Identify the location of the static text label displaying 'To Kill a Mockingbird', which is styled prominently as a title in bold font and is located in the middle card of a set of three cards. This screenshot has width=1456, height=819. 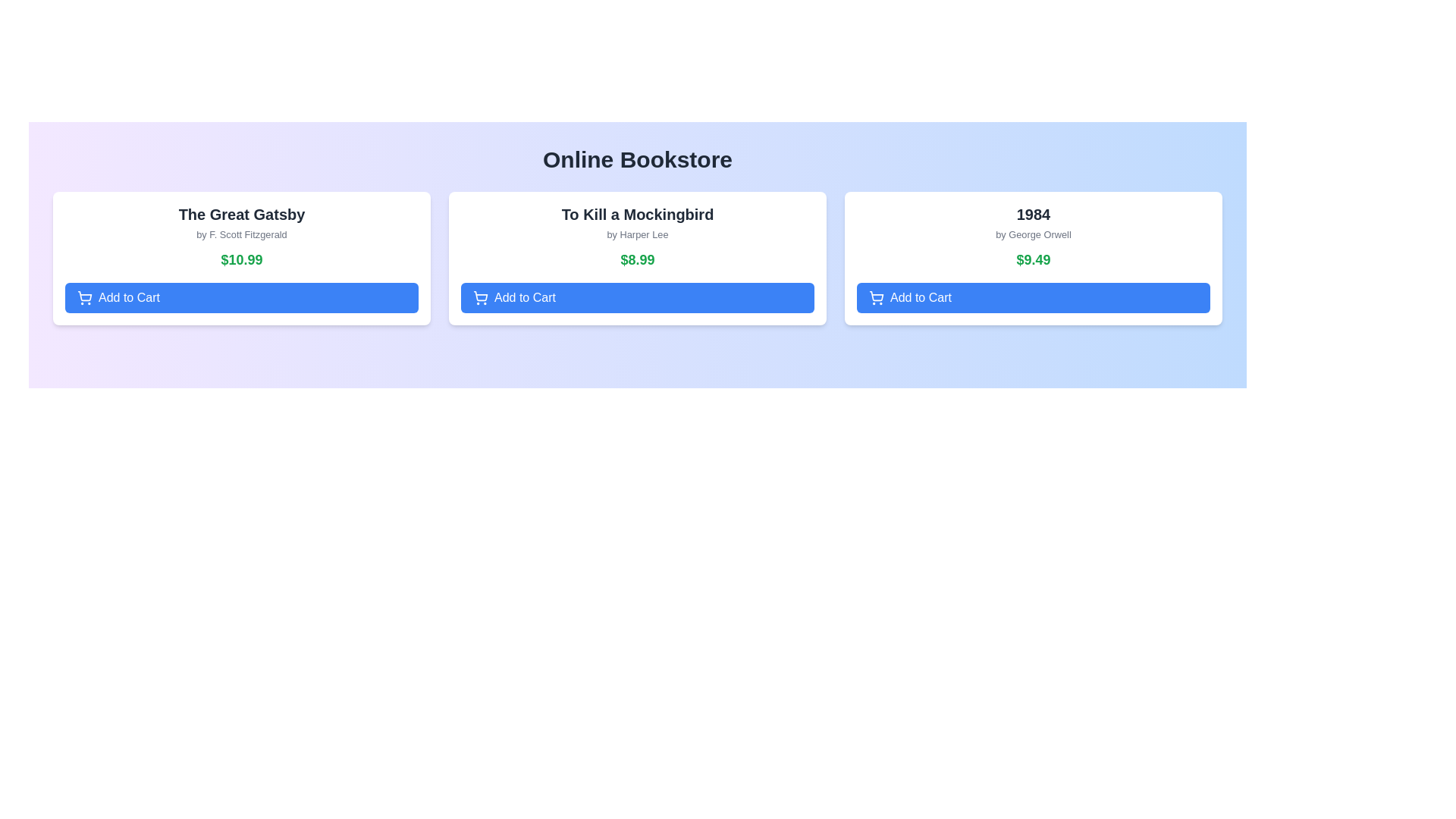
(637, 214).